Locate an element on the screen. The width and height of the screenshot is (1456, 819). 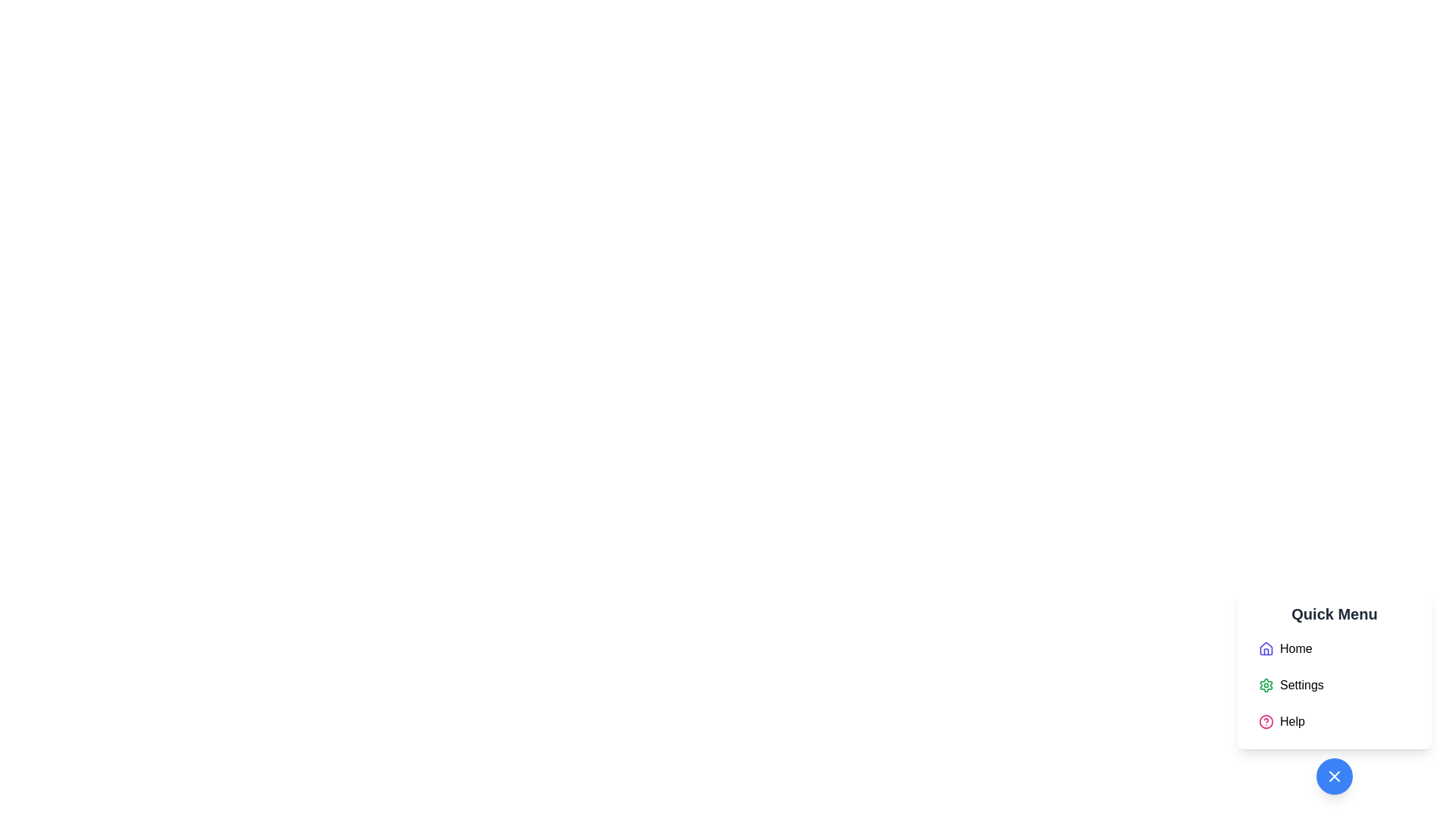
the small green gear-like icon located next to the 'Settings' label in the vertical menu under the 'Quick Menu' header is located at coordinates (1266, 685).